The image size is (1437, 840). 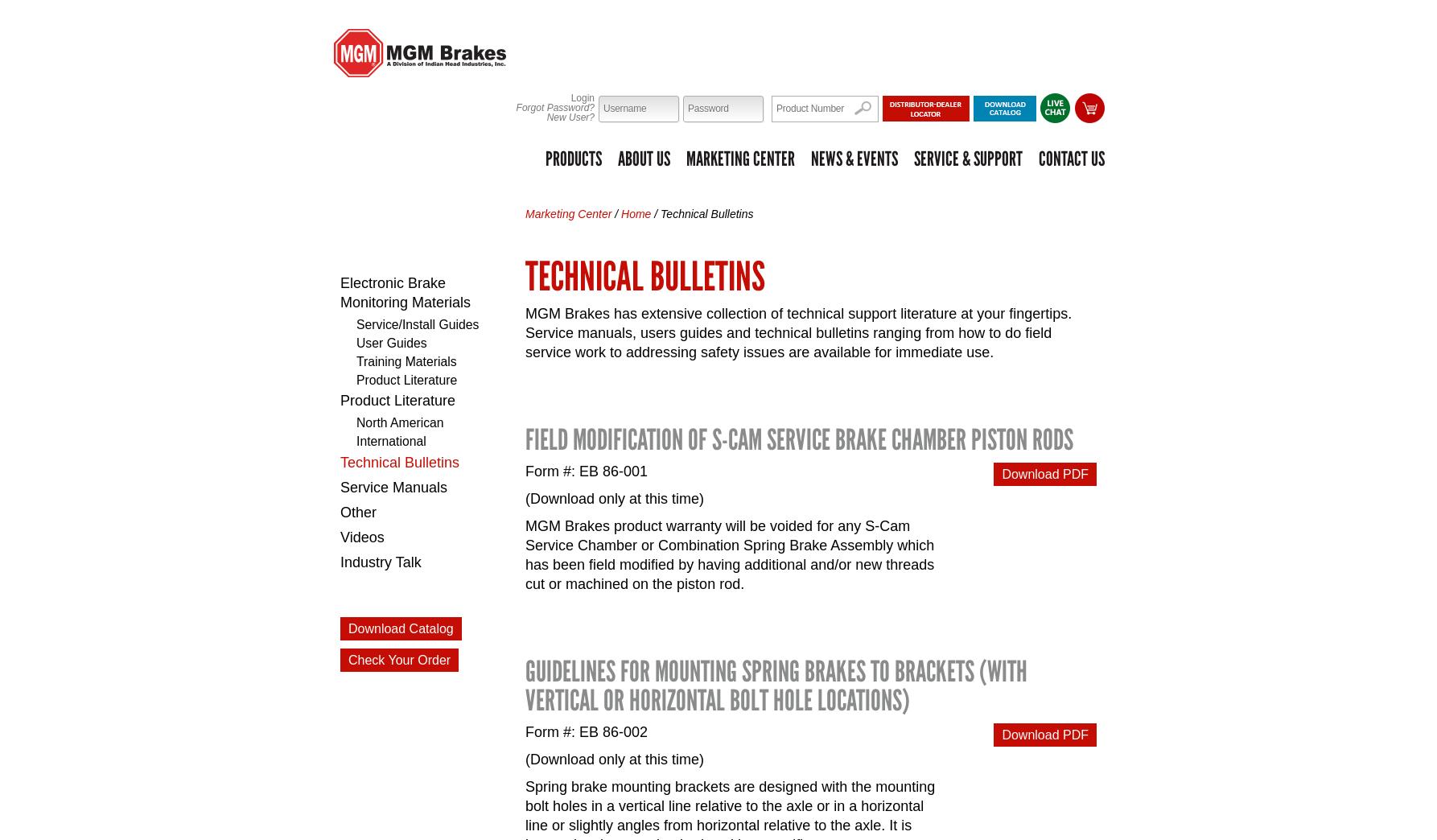 I want to click on 'Training Materials', so click(x=406, y=360).